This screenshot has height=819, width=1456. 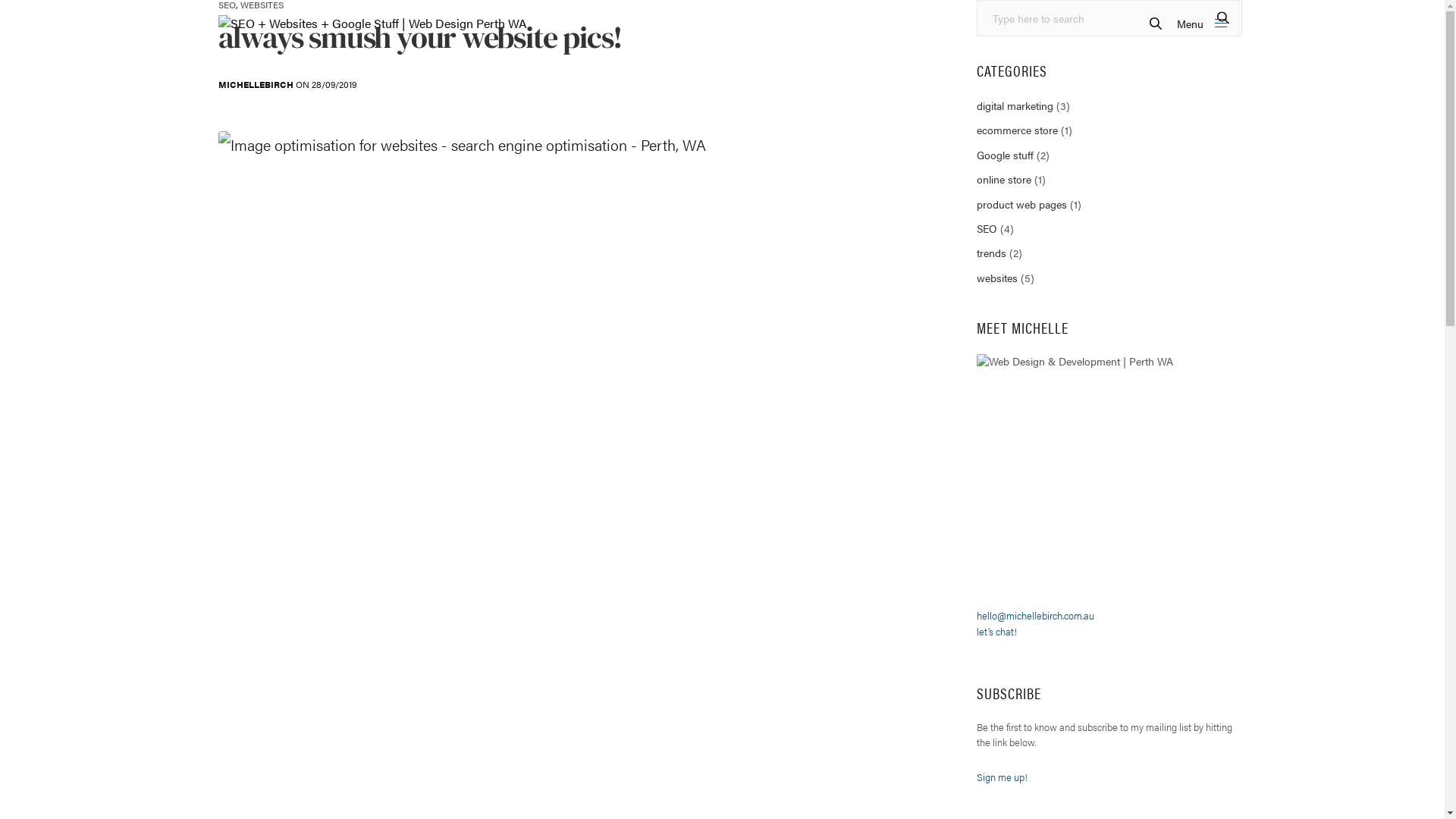 I want to click on 'SEO + Websites + Google Stuff | Web Design Perth WA', so click(x=372, y=23).